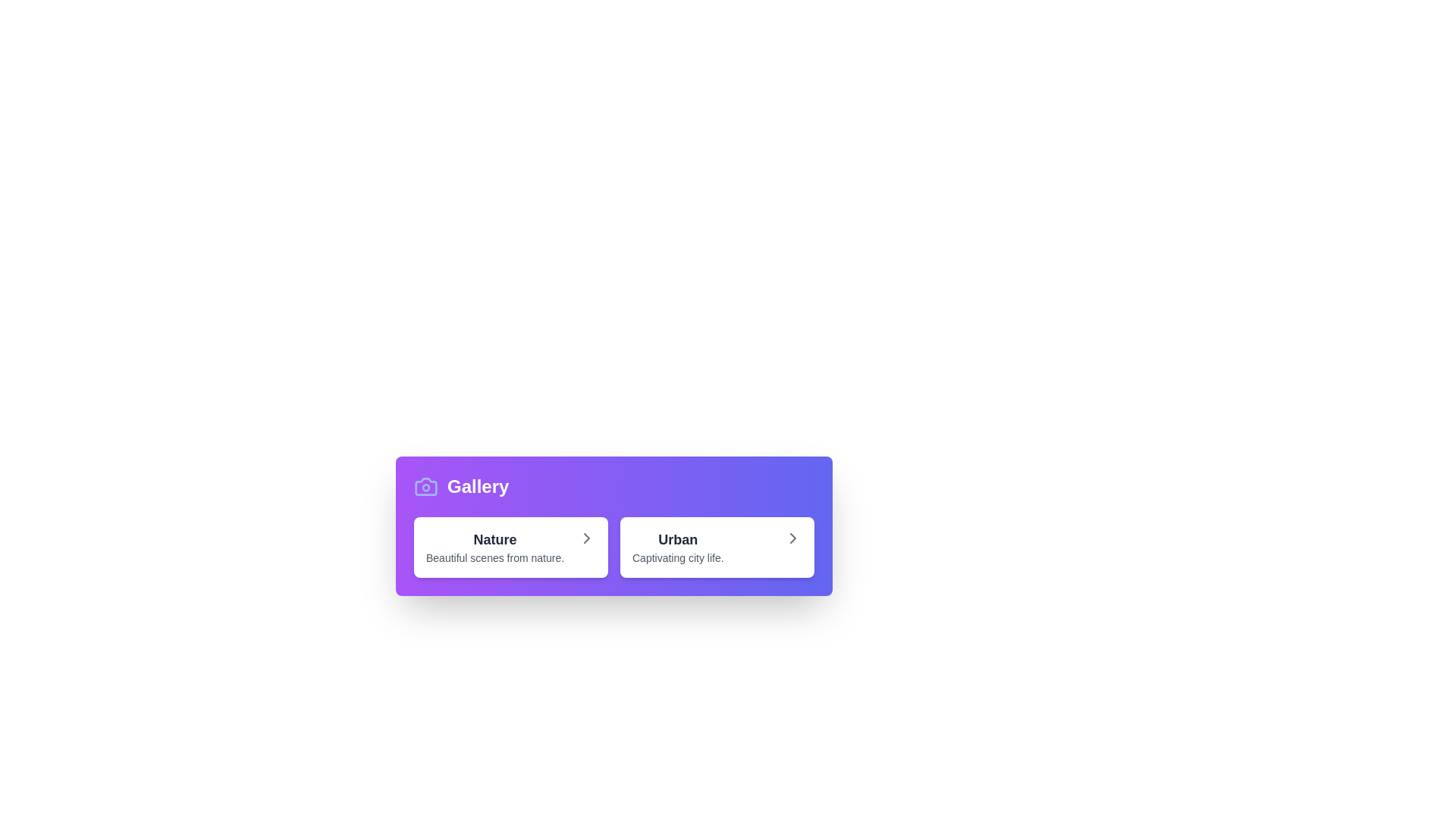 This screenshot has width=1456, height=819. What do you see at coordinates (677, 558) in the screenshot?
I see `the text 'Captivating city life.' which is located beneath the heading 'Urban' in the right card of the gallery layout` at bounding box center [677, 558].